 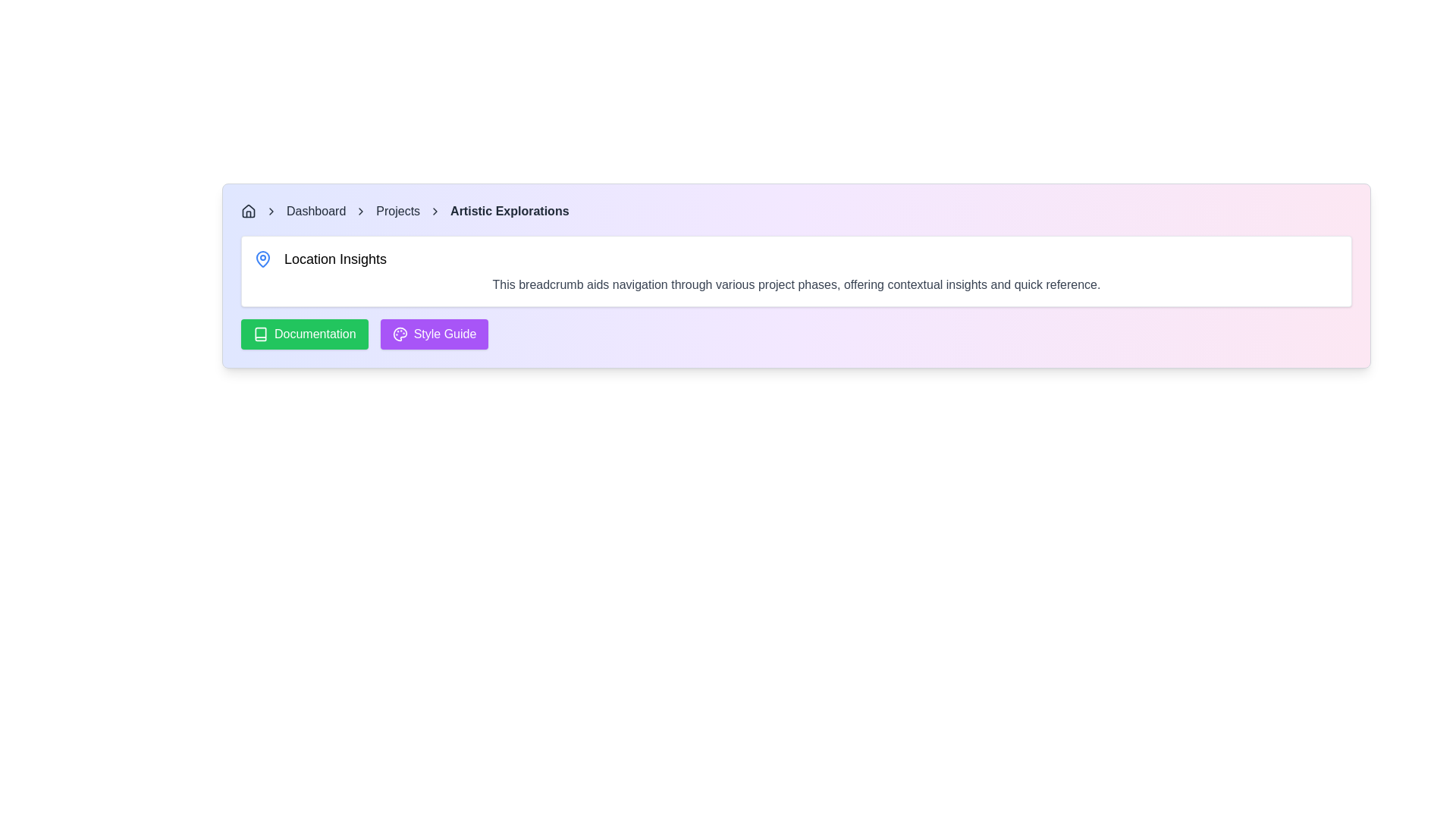 I want to click on the 'Location Insights' text label, which is positioned centrally in the horizontal bar and to the right of a location pin icon, so click(x=334, y=259).